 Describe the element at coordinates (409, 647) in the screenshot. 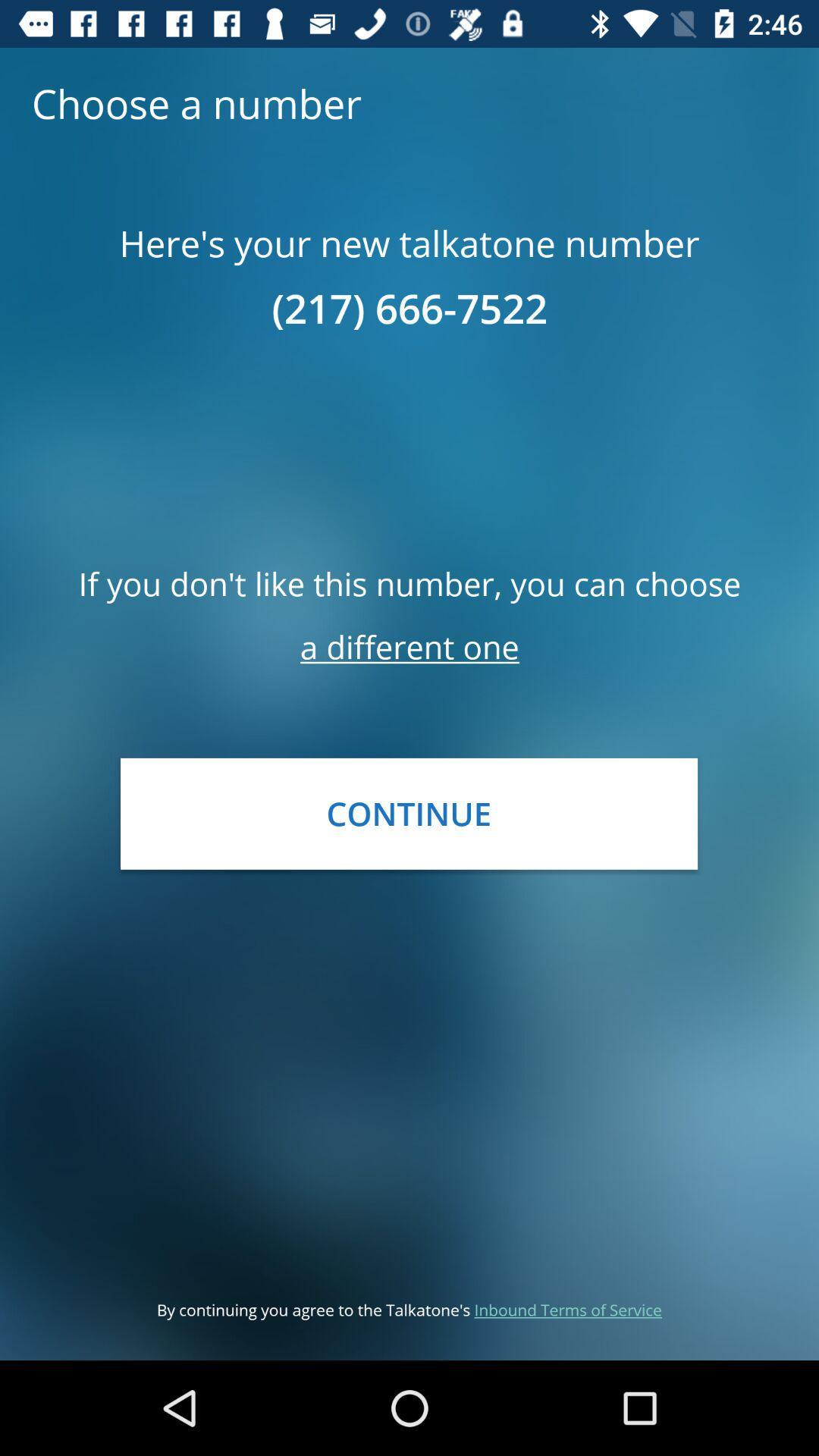

I see `a different one icon` at that location.